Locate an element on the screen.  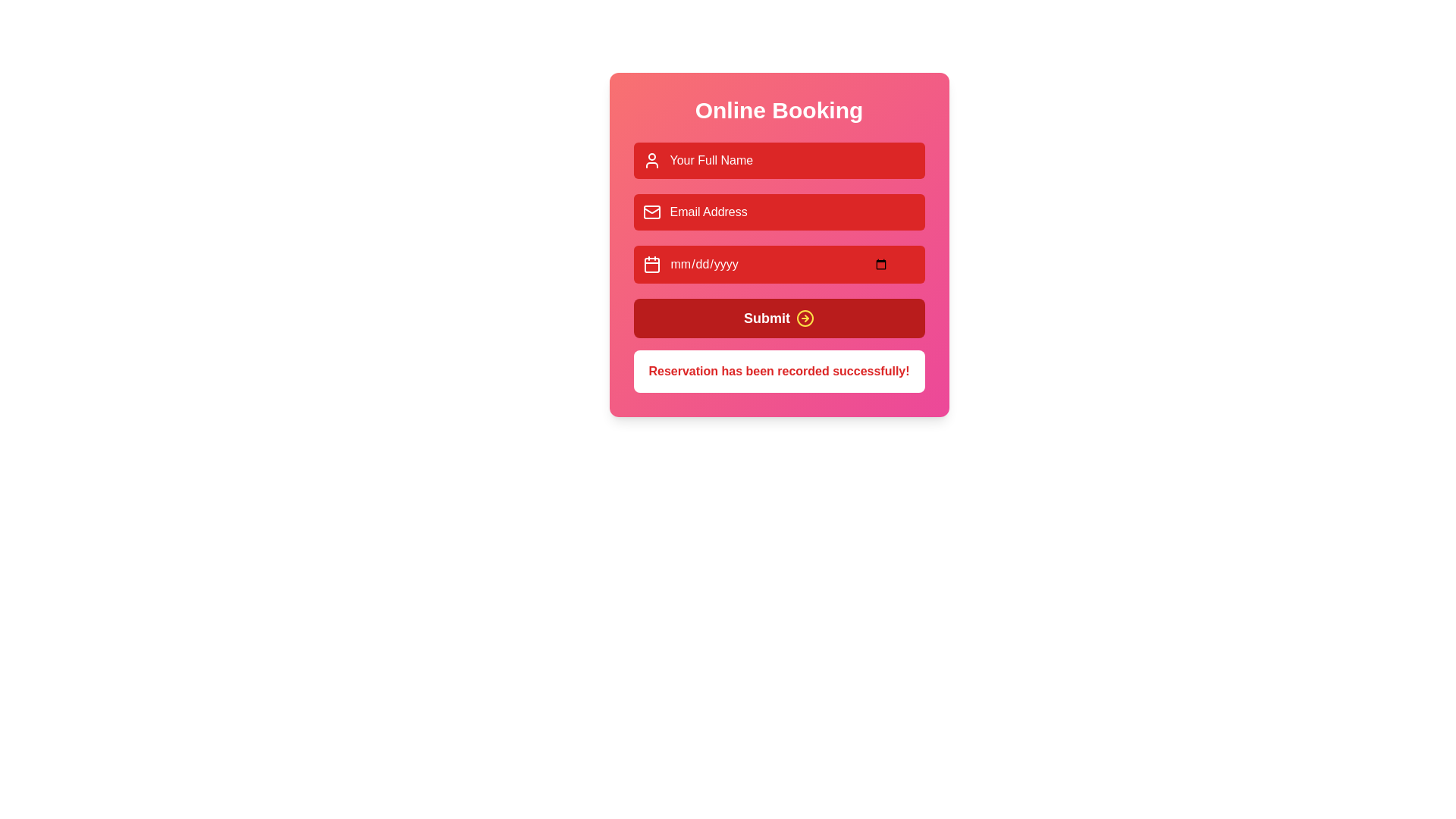
the button designed to submit the form data is located at coordinates (779, 318).